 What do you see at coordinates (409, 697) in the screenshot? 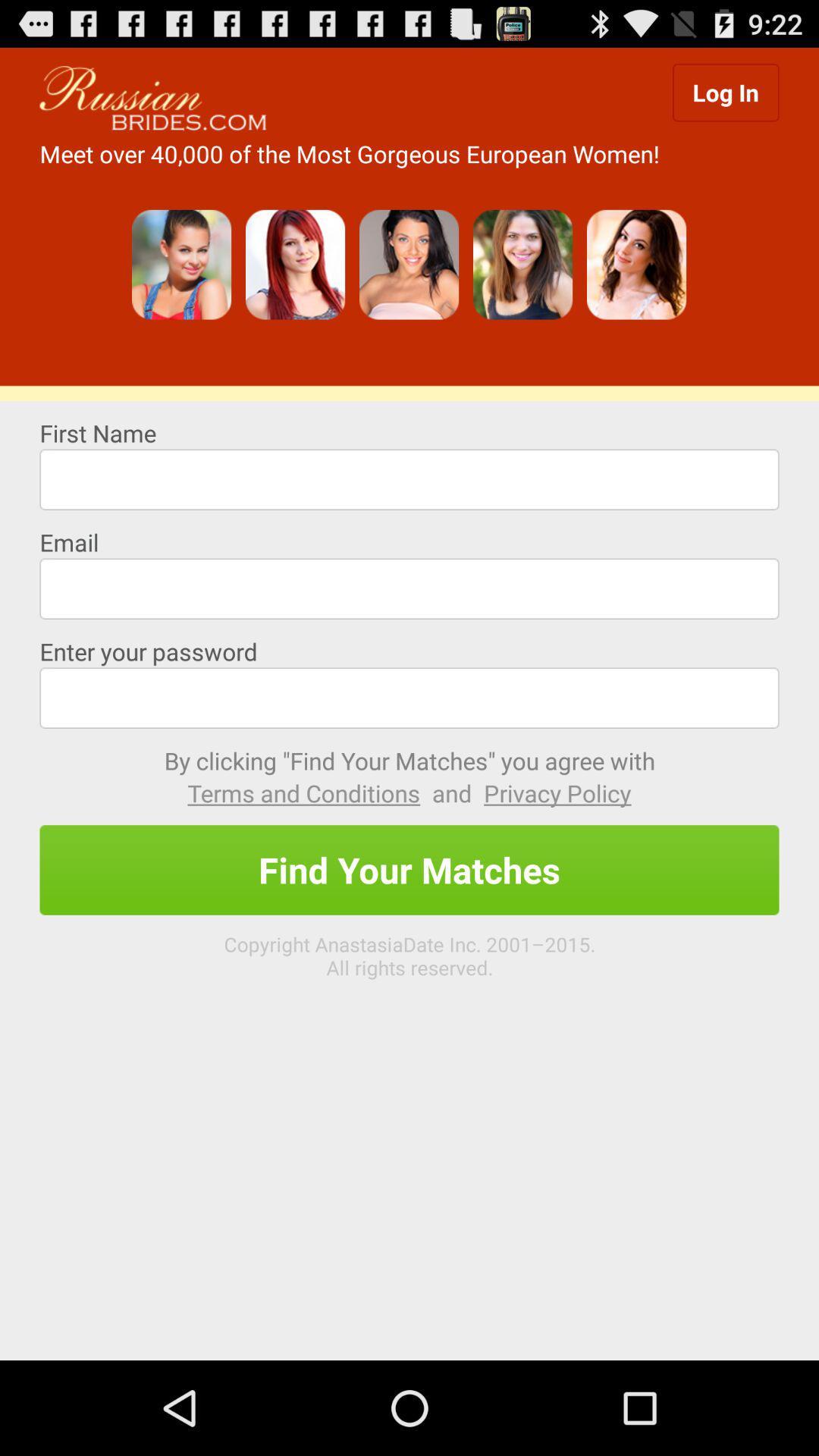
I see `password text field` at bounding box center [409, 697].